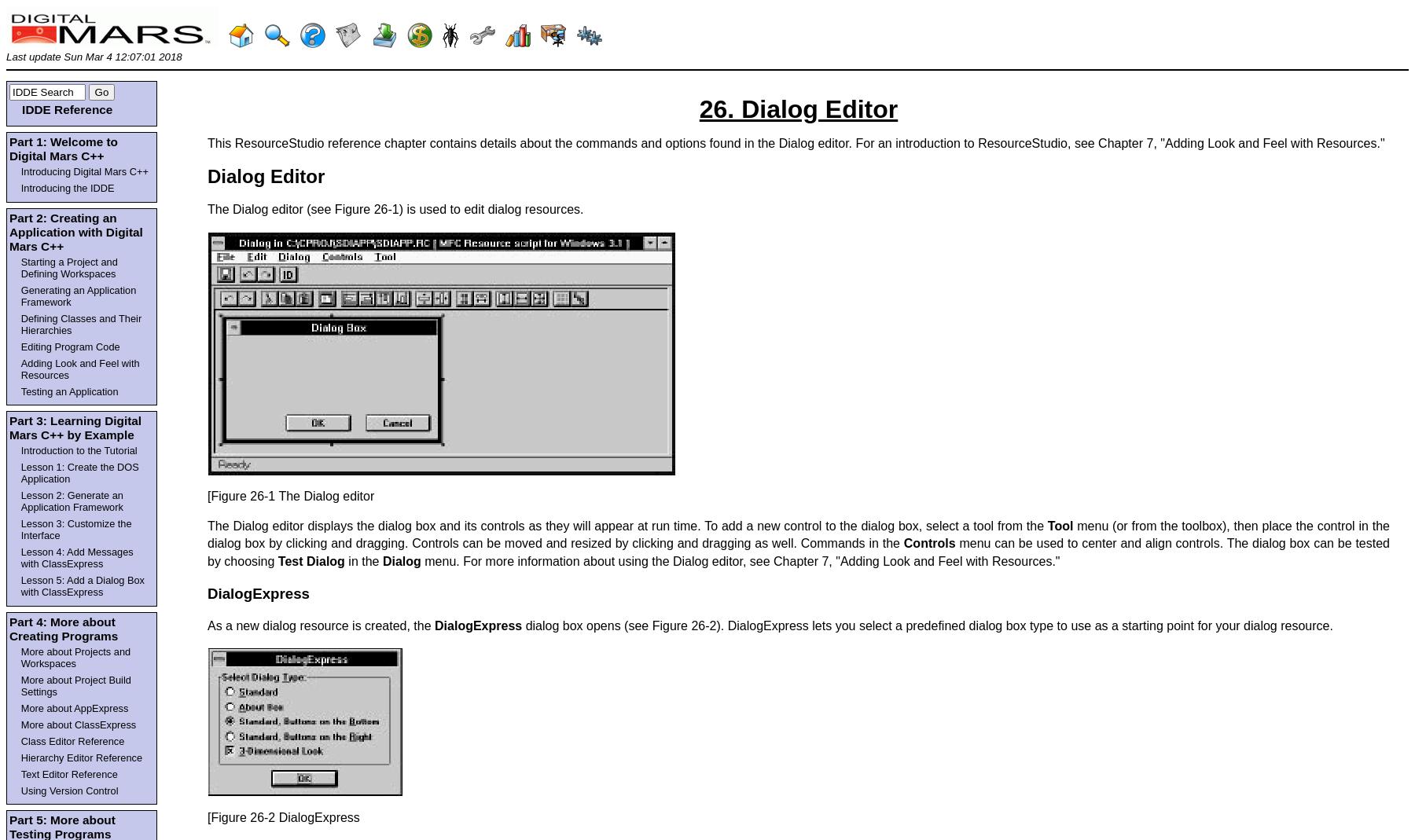  What do you see at coordinates (419, 559) in the screenshot?
I see `'menu. For more information about using the Dialog editor, see 
Chapter 7, "Adding Look and Feel with Resources."'` at bounding box center [419, 559].